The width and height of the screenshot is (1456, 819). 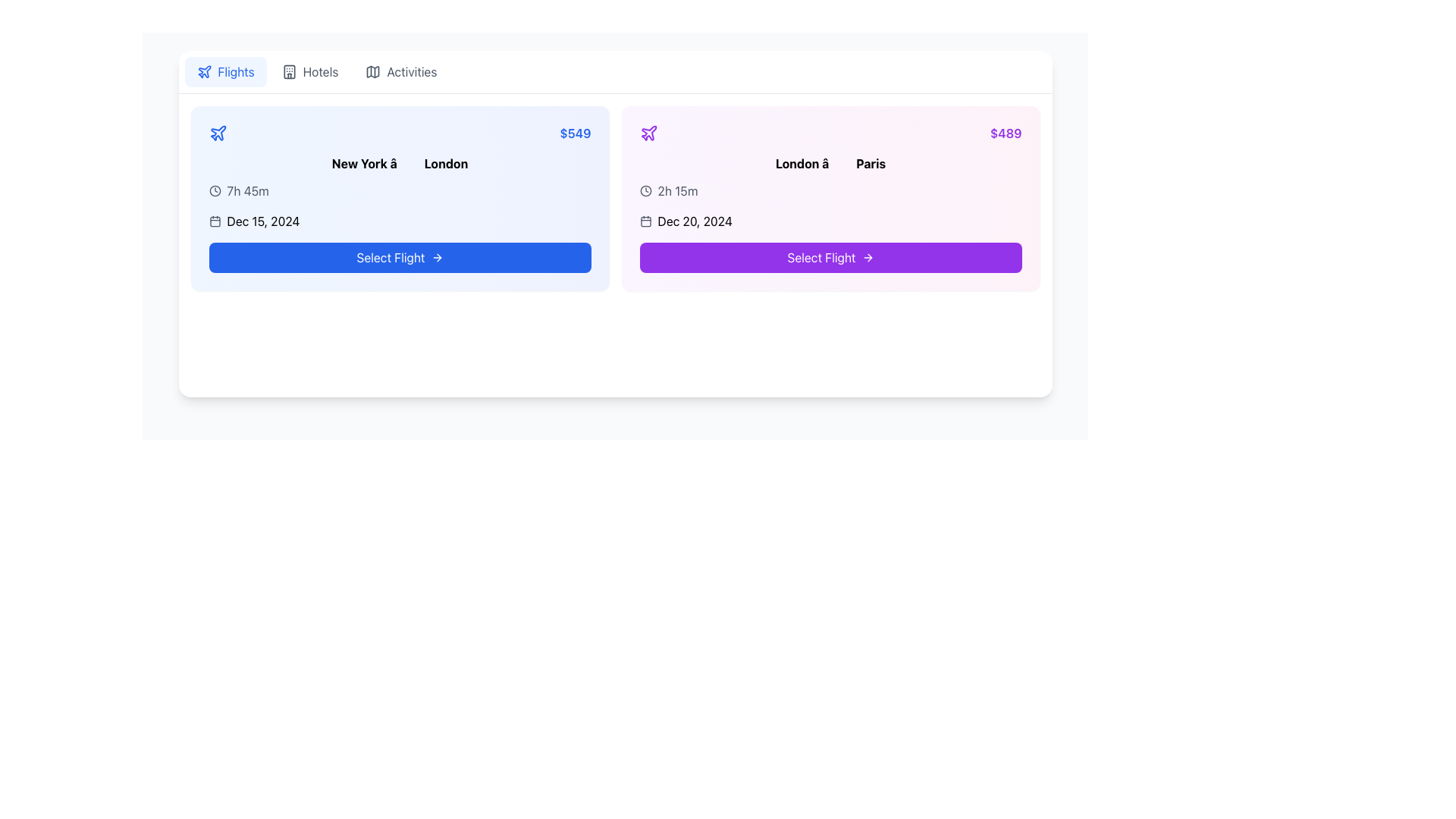 What do you see at coordinates (412, 72) in the screenshot?
I see `the non-interactive text label located in the top navigation bar, positioned to the right of the 'Hotels' element` at bounding box center [412, 72].